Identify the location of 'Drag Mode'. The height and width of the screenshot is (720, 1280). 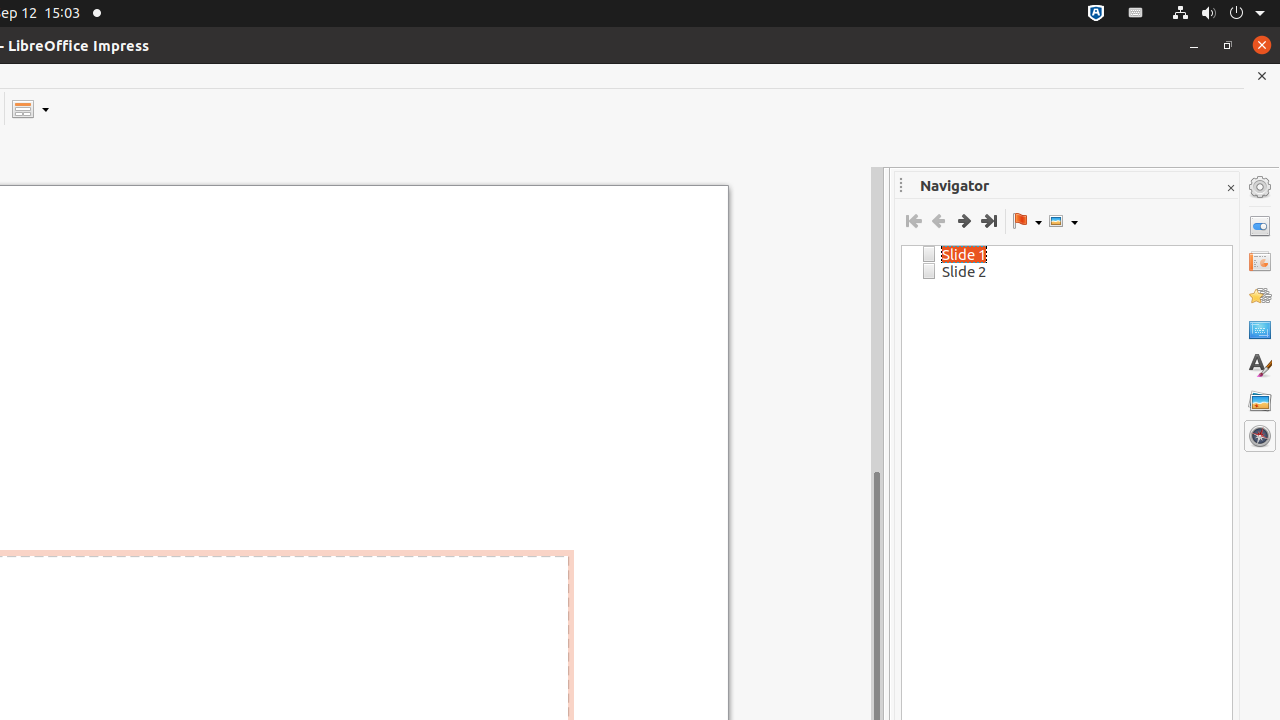
(1026, 221).